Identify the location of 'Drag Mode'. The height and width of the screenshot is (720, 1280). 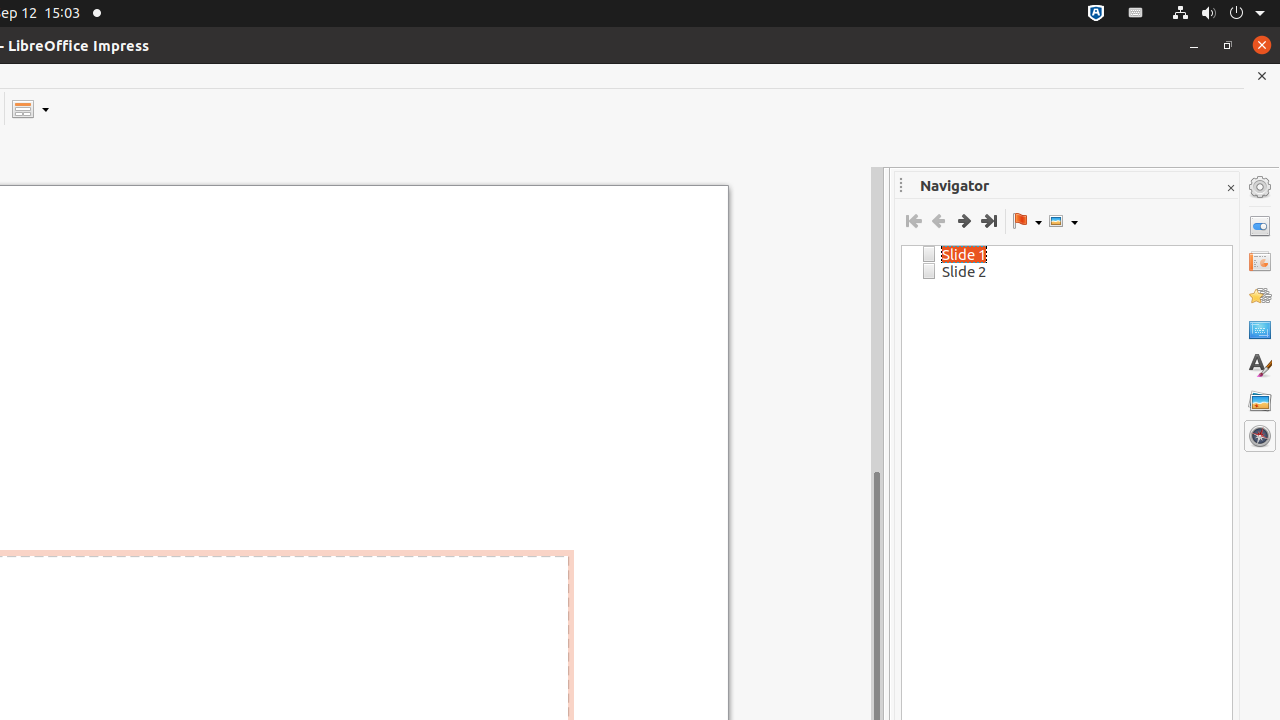
(1026, 221).